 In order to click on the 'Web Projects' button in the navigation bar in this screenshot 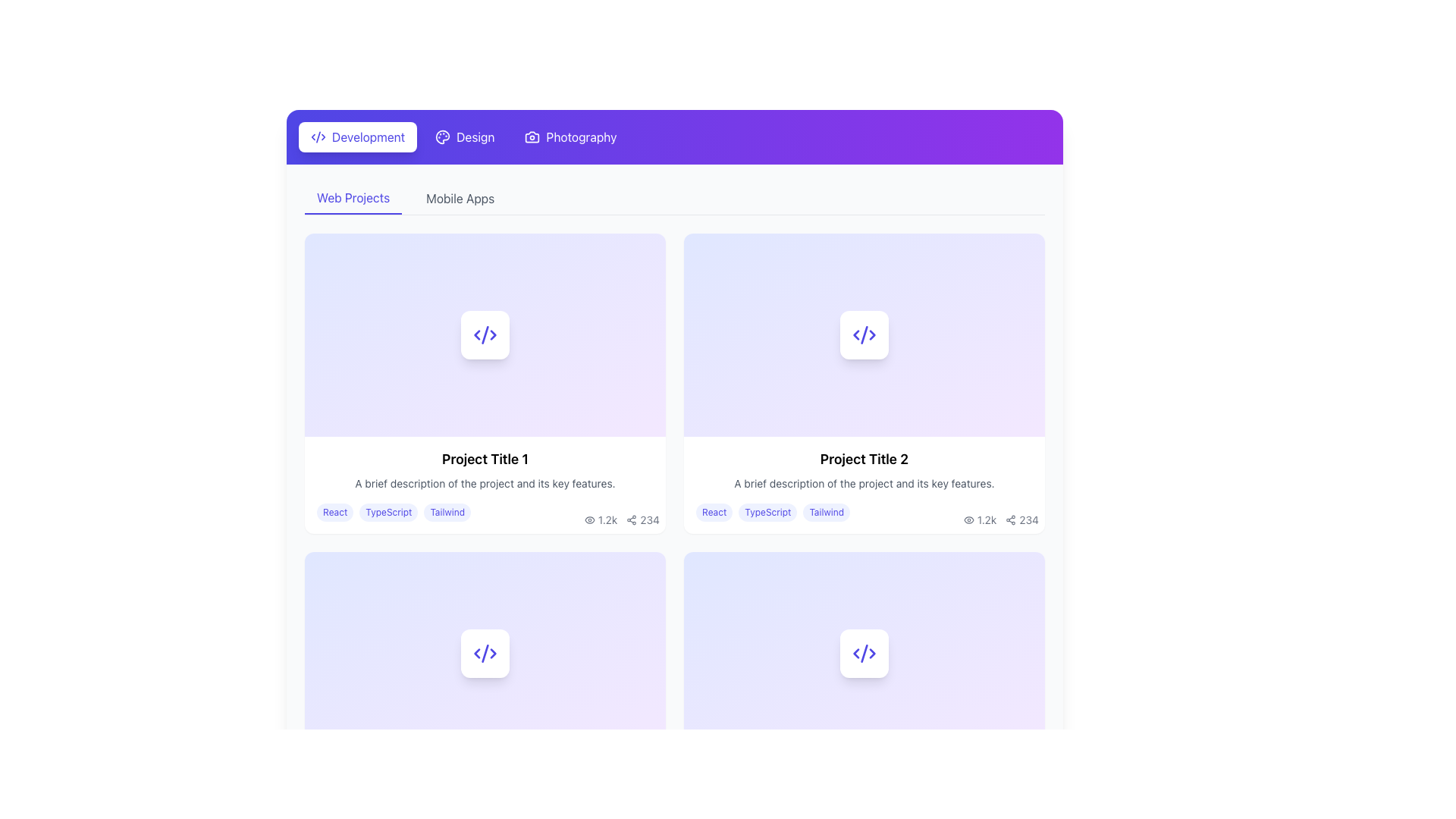, I will do `click(352, 198)`.